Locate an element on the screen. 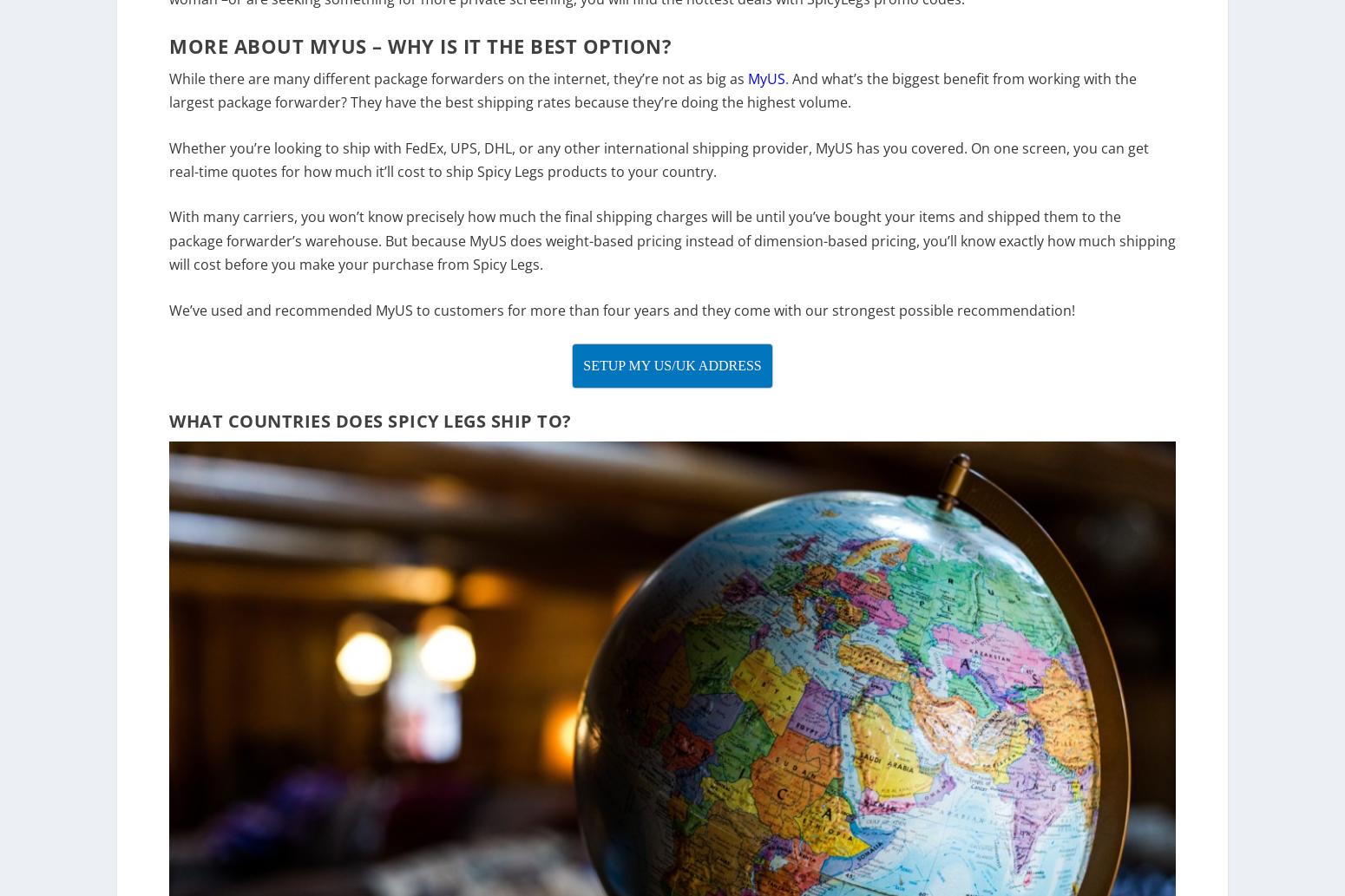 Image resolution: width=1345 pixels, height=896 pixels. 'FedEx' is located at coordinates (423, 158).